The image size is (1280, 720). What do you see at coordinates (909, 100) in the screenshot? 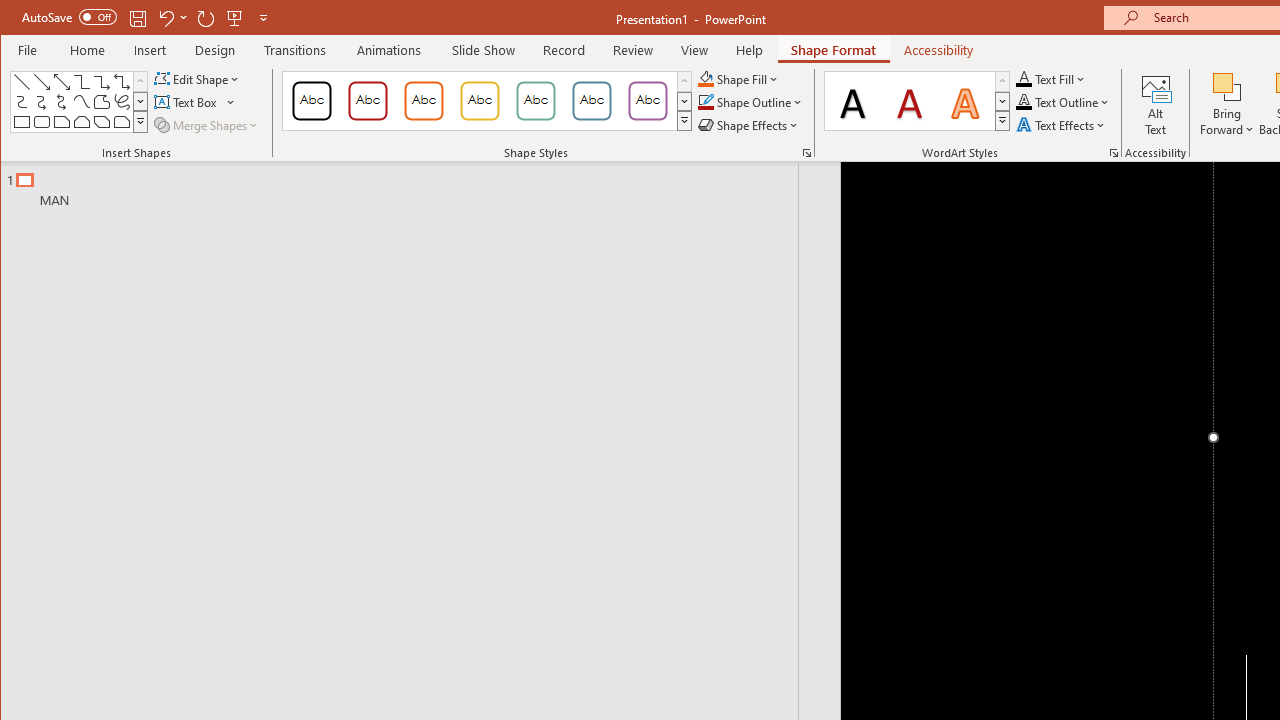
I see `'Fill: Dark Red, Accent color 1; Shadow'` at bounding box center [909, 100].